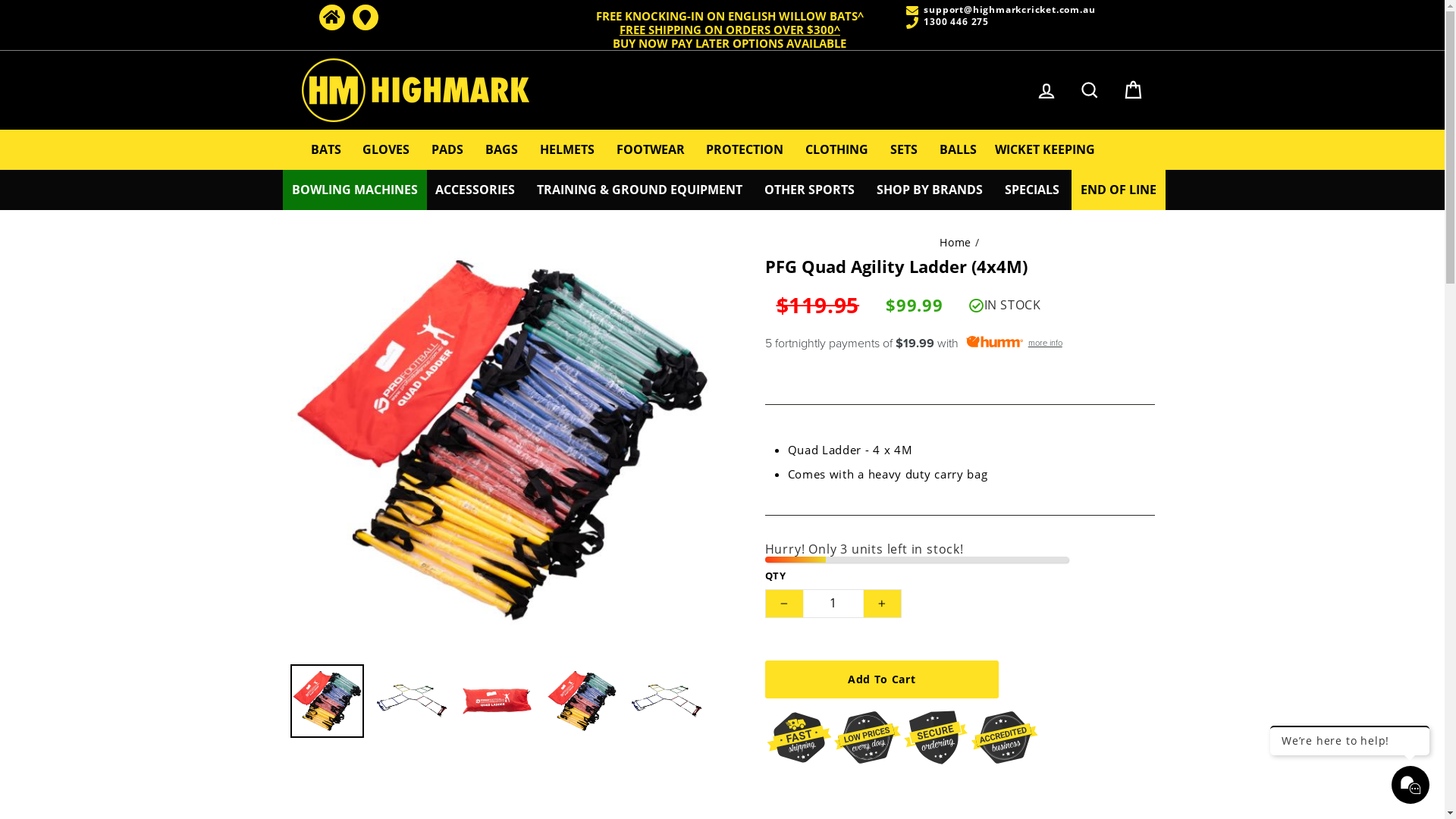  Describe the element at coordinates (730, 29) in the screenshot. I see `'FREE SHIPPING ON ORDERS OVER $300^'` at that location.